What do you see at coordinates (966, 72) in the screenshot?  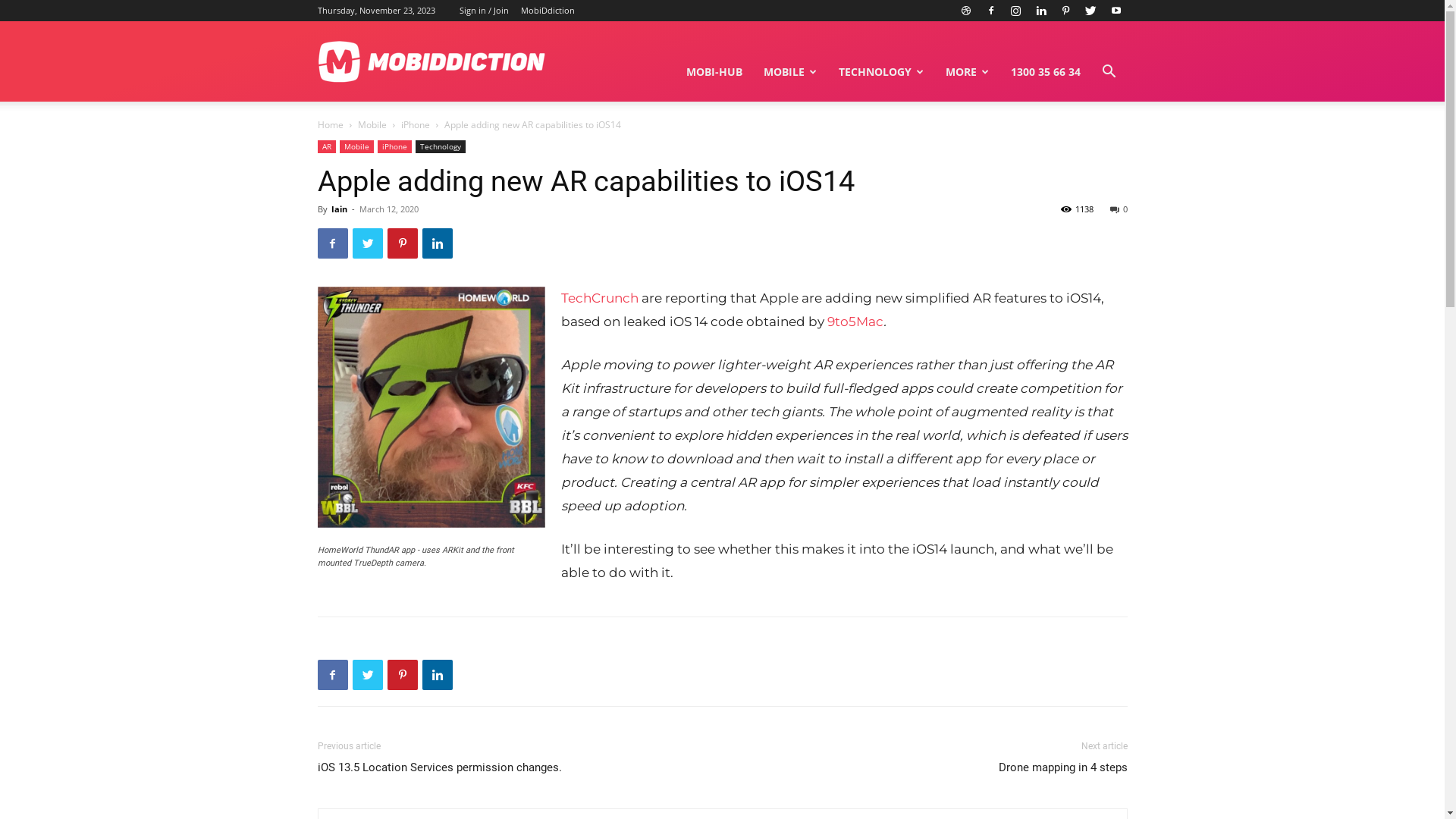 I see `'MORE'` at bounding box center [966, 72].